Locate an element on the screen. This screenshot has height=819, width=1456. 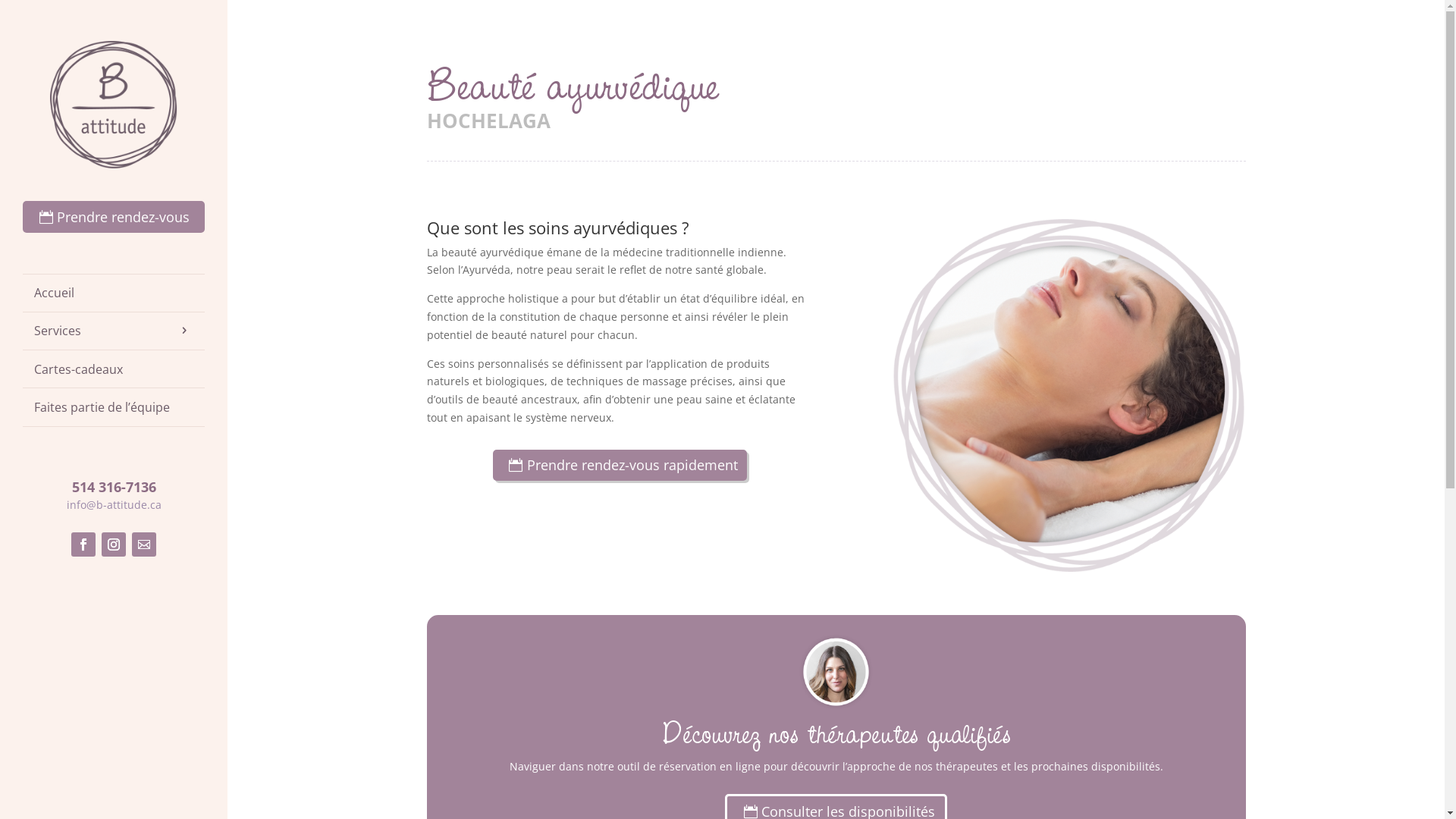
'ba_logo' is located at coordinates (112, 104).